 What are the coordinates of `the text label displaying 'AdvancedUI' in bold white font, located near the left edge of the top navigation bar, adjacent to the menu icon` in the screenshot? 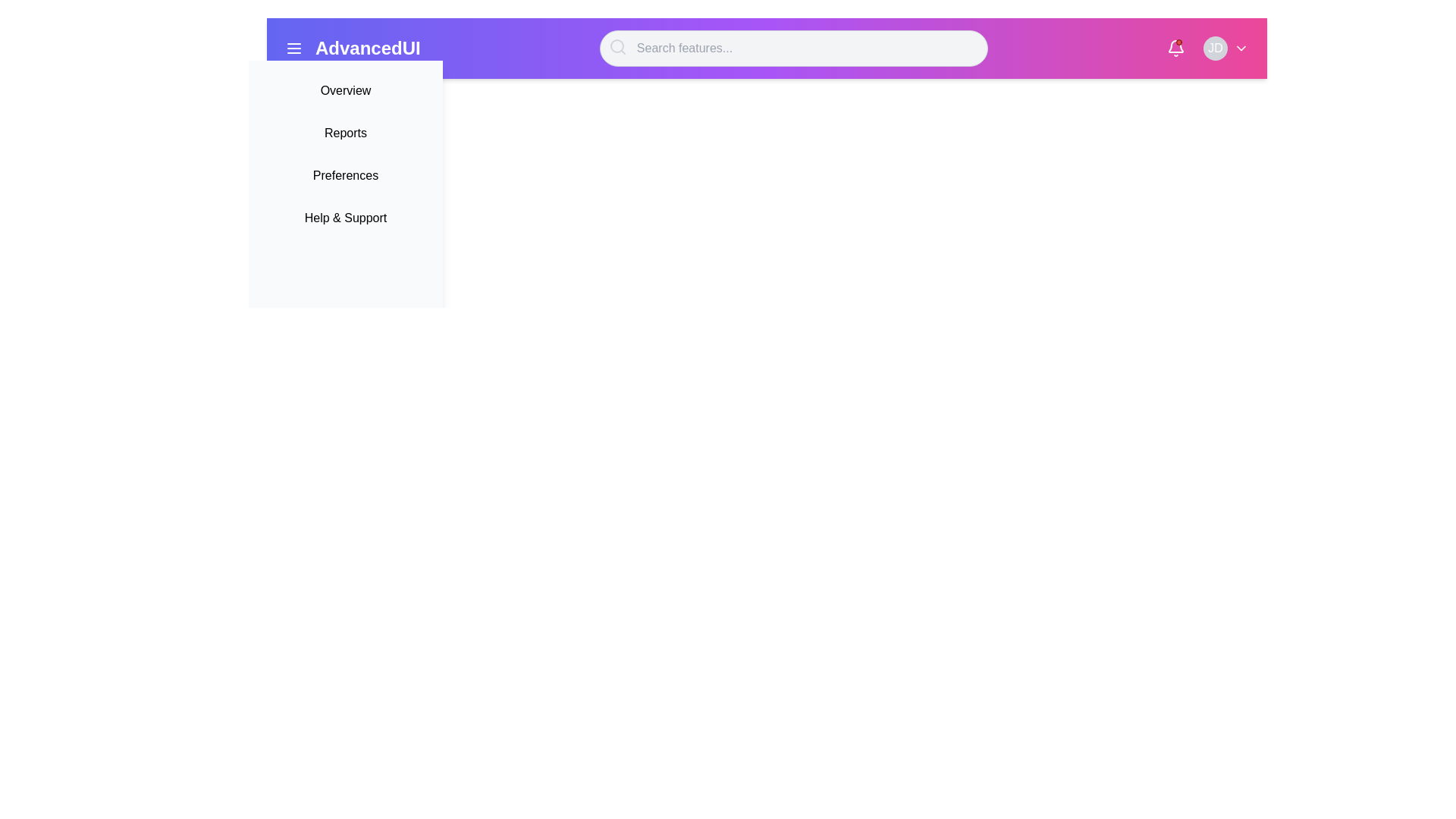 It's located at (352, 48).